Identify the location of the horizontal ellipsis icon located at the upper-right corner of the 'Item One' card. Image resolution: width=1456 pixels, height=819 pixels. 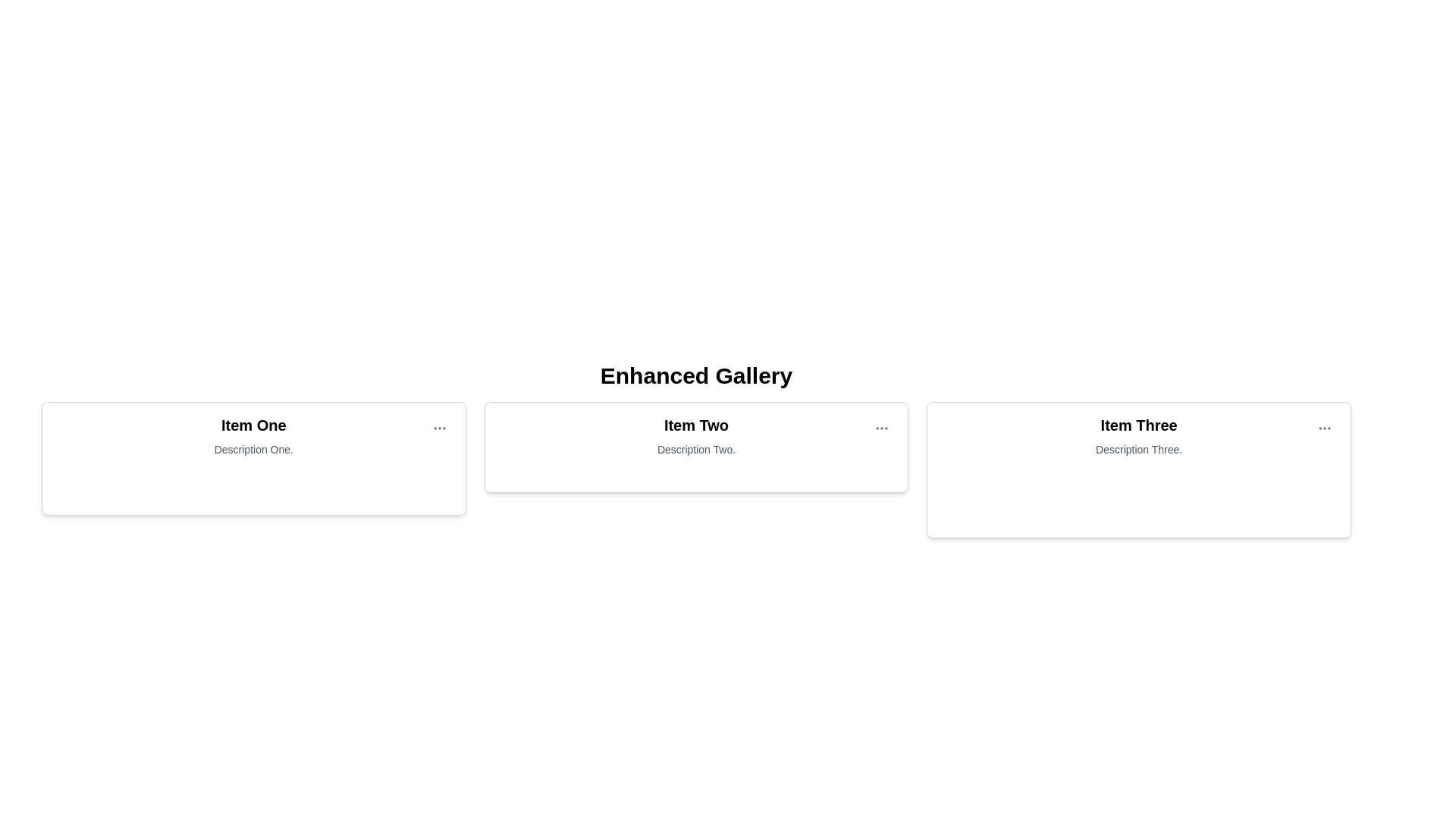
(438, 428).